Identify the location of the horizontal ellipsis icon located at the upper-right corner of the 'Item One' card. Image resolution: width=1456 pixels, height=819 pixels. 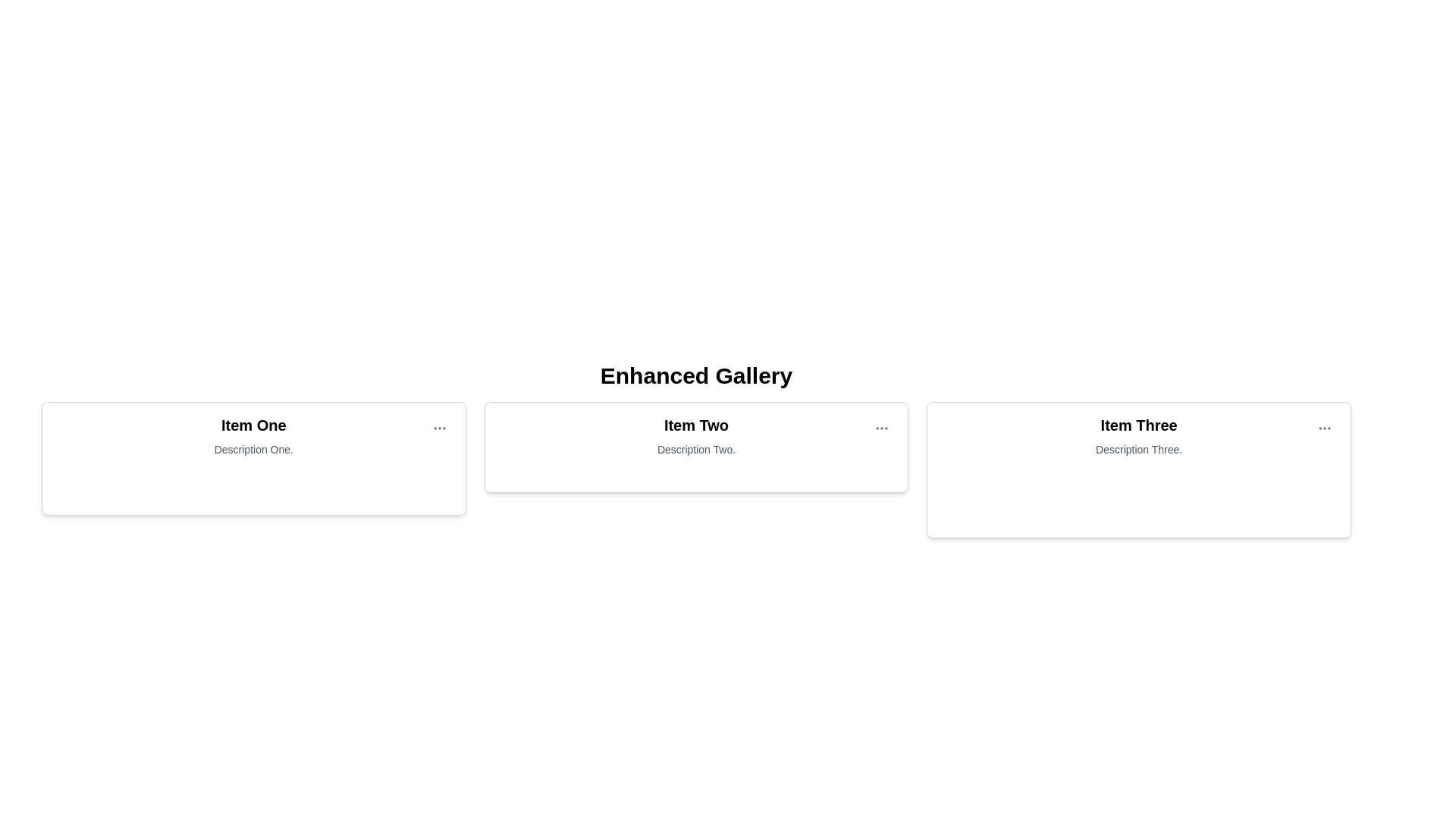
(438, 428).